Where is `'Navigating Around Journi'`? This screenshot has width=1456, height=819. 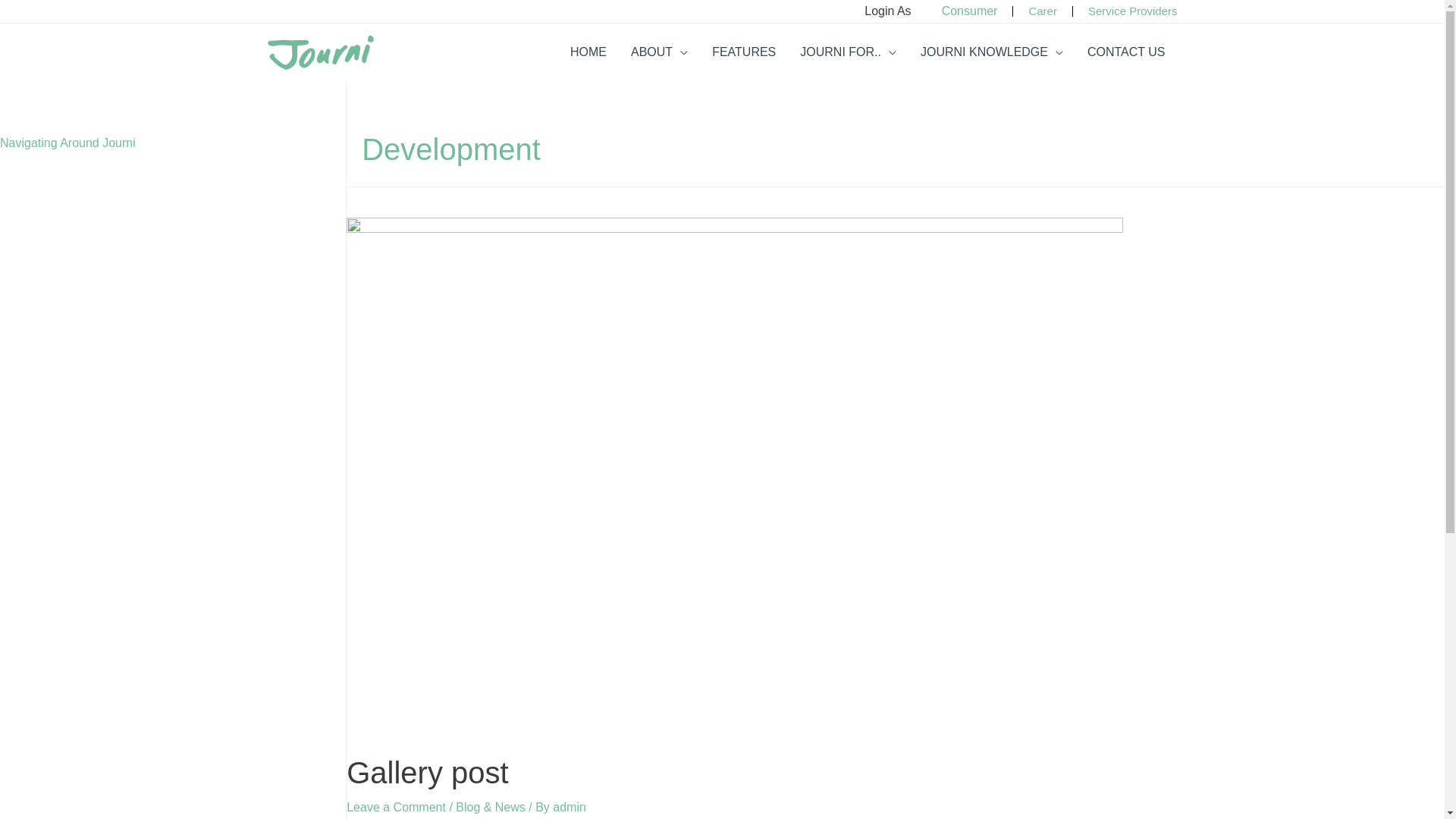
'Navigating Around Journi' is located at coordinates (67, 143).